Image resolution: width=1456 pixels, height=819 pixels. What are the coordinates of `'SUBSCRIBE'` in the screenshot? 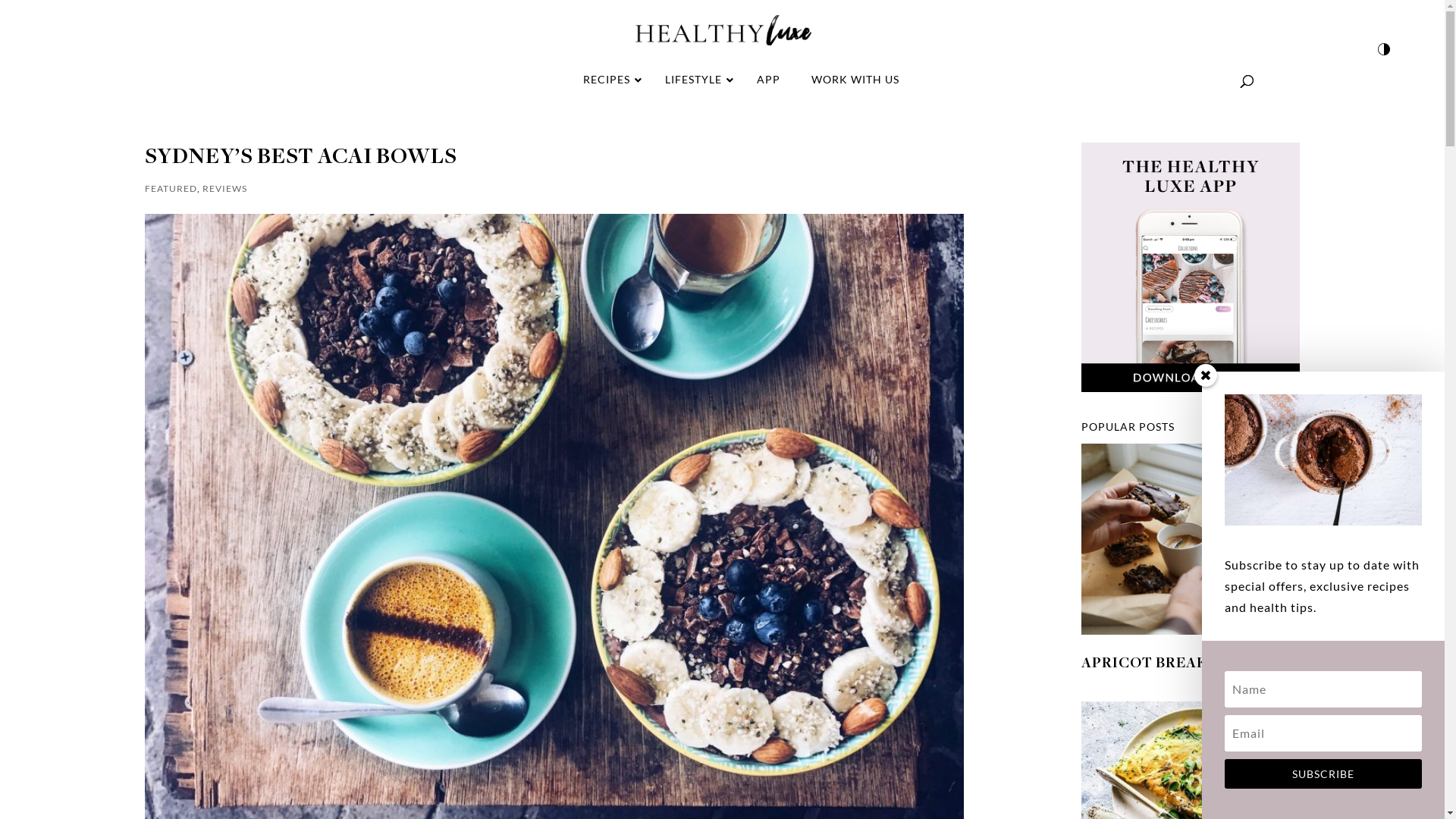 It's located at (1323, 773).